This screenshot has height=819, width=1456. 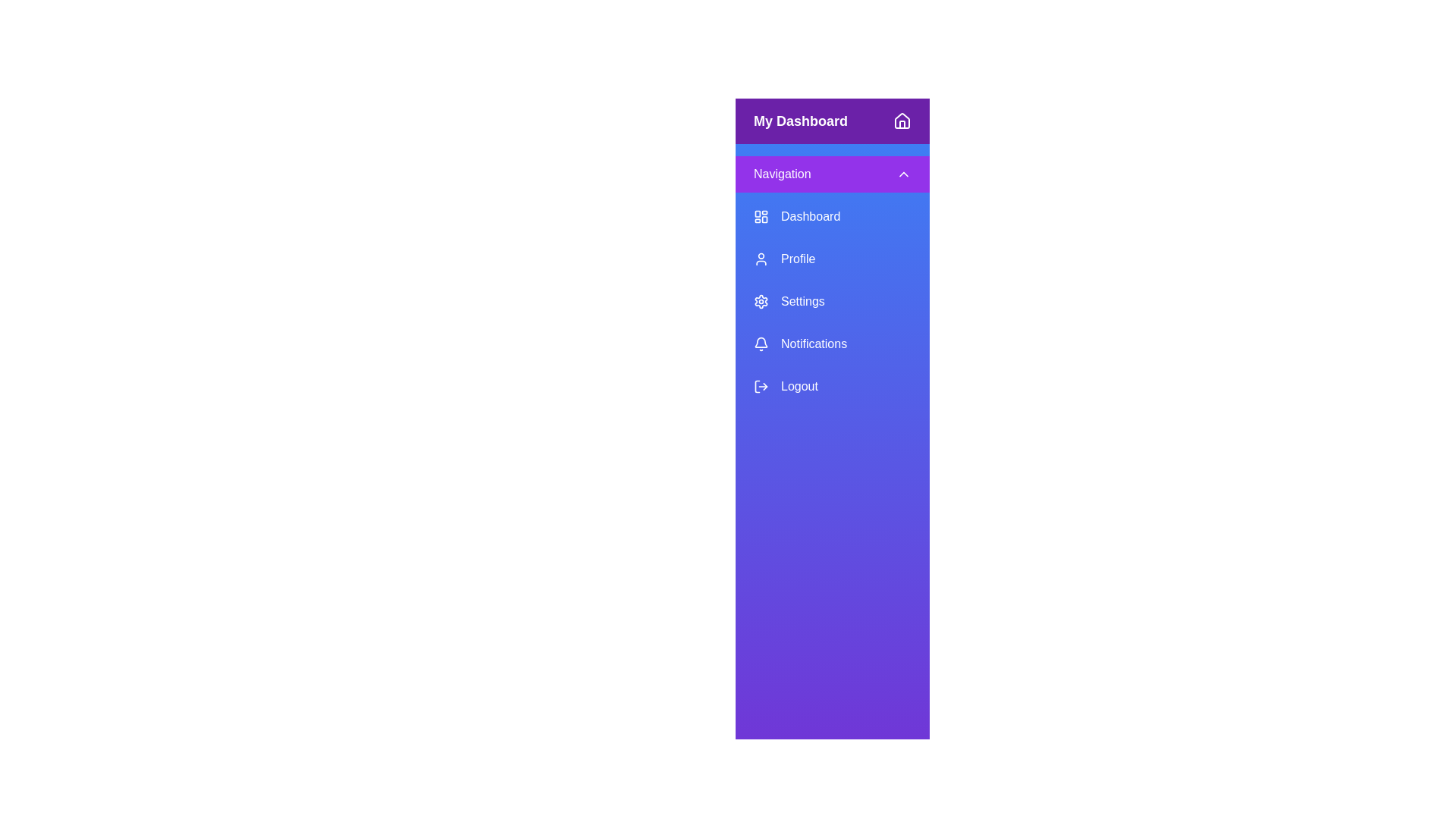 I want to click on the header section with a deep purple background containing the text 'My Dashboard' and a home icon, located at the top of the sidebar navigation, so click(x=832, y=120).